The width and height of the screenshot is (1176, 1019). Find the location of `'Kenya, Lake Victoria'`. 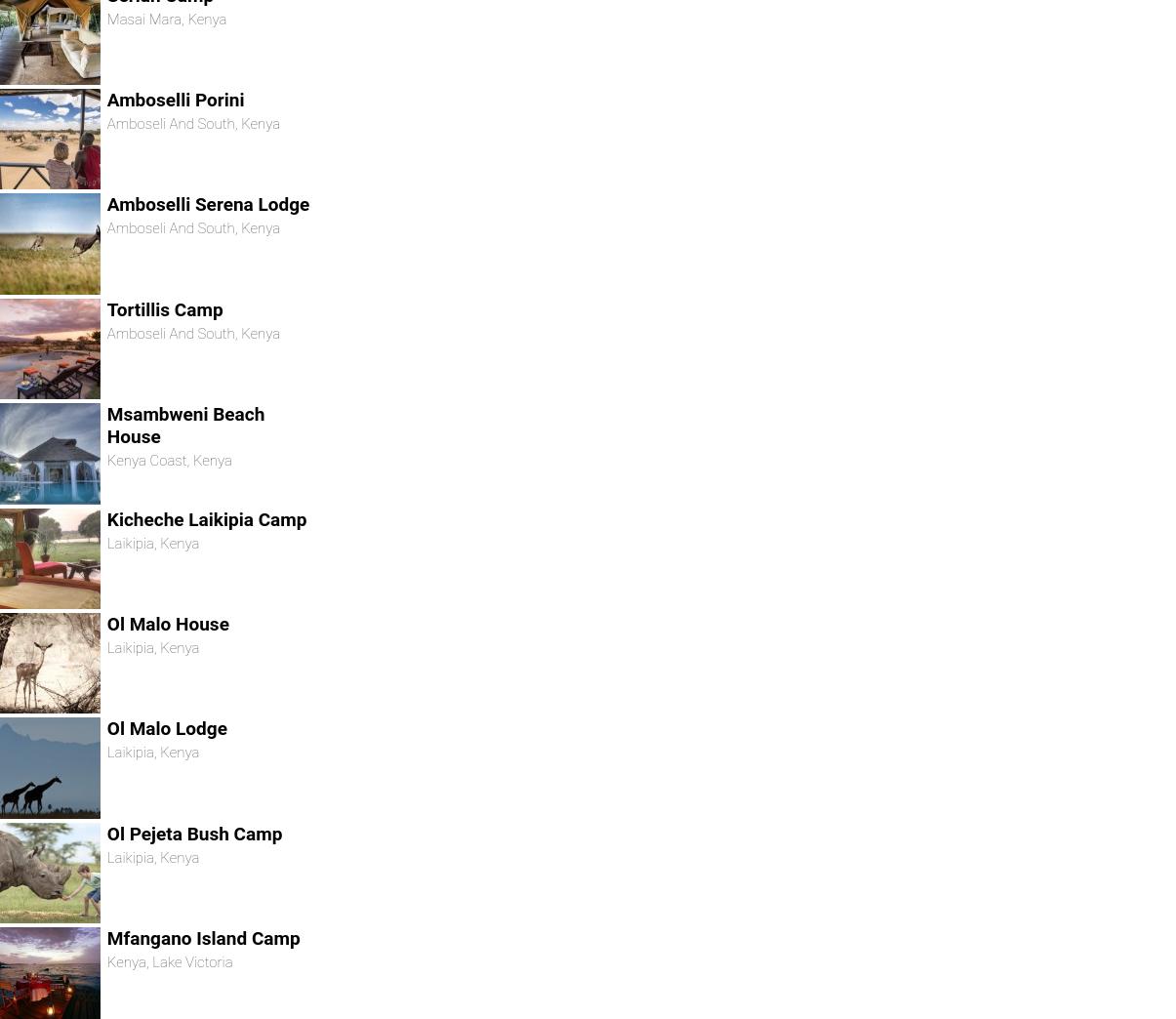

'Kenya, Lake Victoria' is located at coordinates (168, 961).